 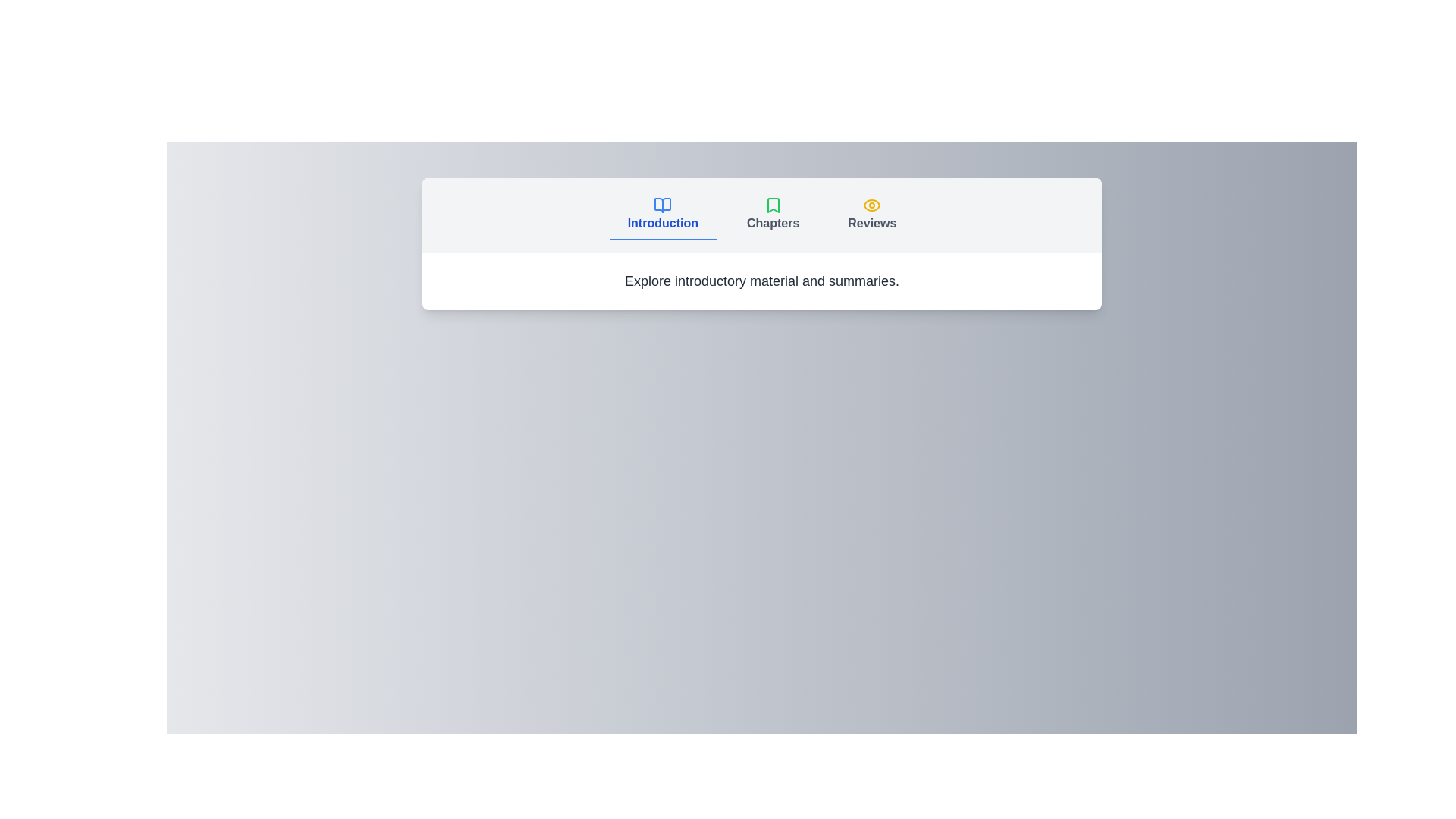 I want to click on the Chapters tab to change focus, so click(x=772, y=215).